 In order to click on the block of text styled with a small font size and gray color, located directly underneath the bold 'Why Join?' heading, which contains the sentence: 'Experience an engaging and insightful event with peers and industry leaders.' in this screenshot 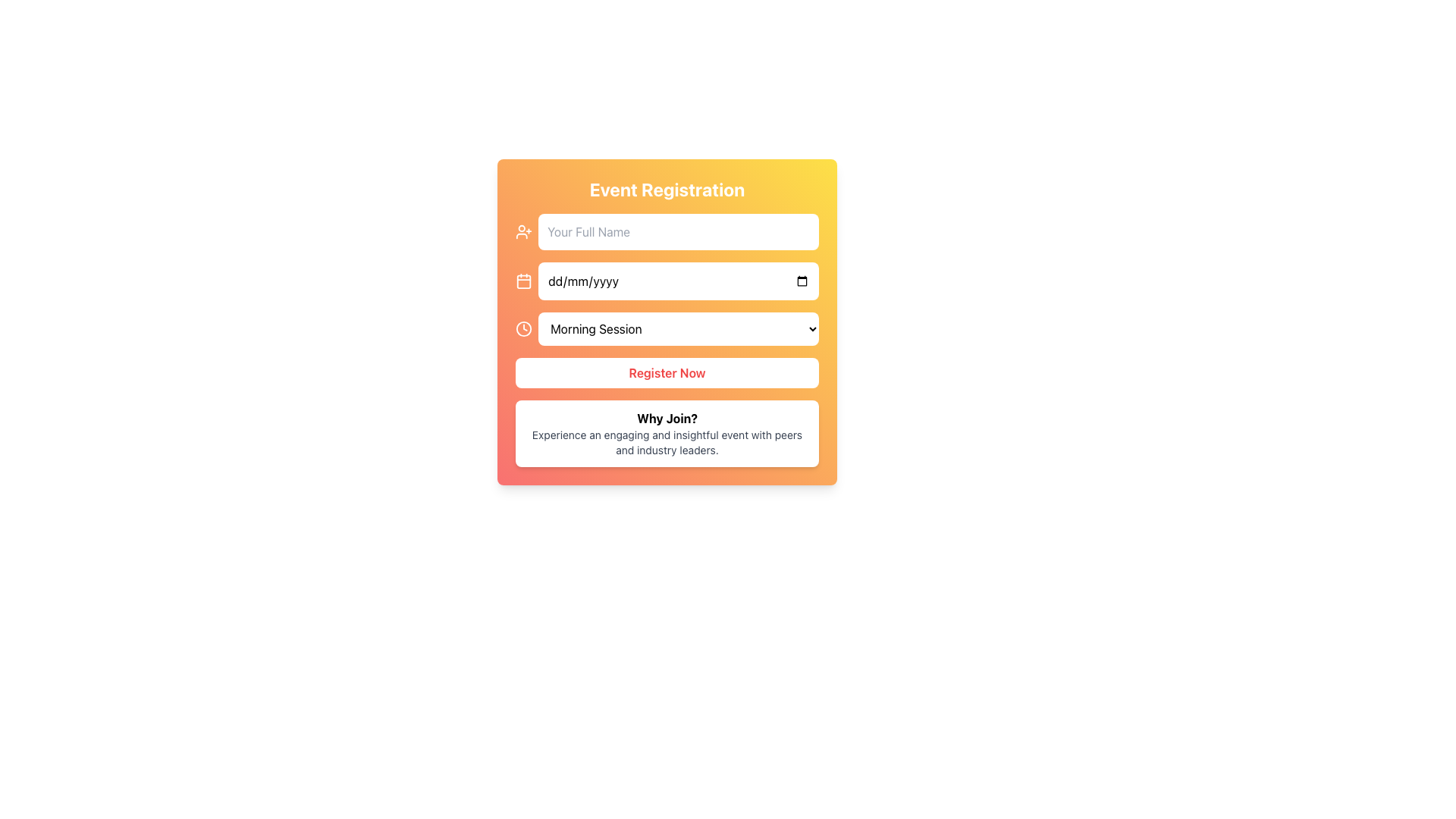, I will do `click(667, 442)`.